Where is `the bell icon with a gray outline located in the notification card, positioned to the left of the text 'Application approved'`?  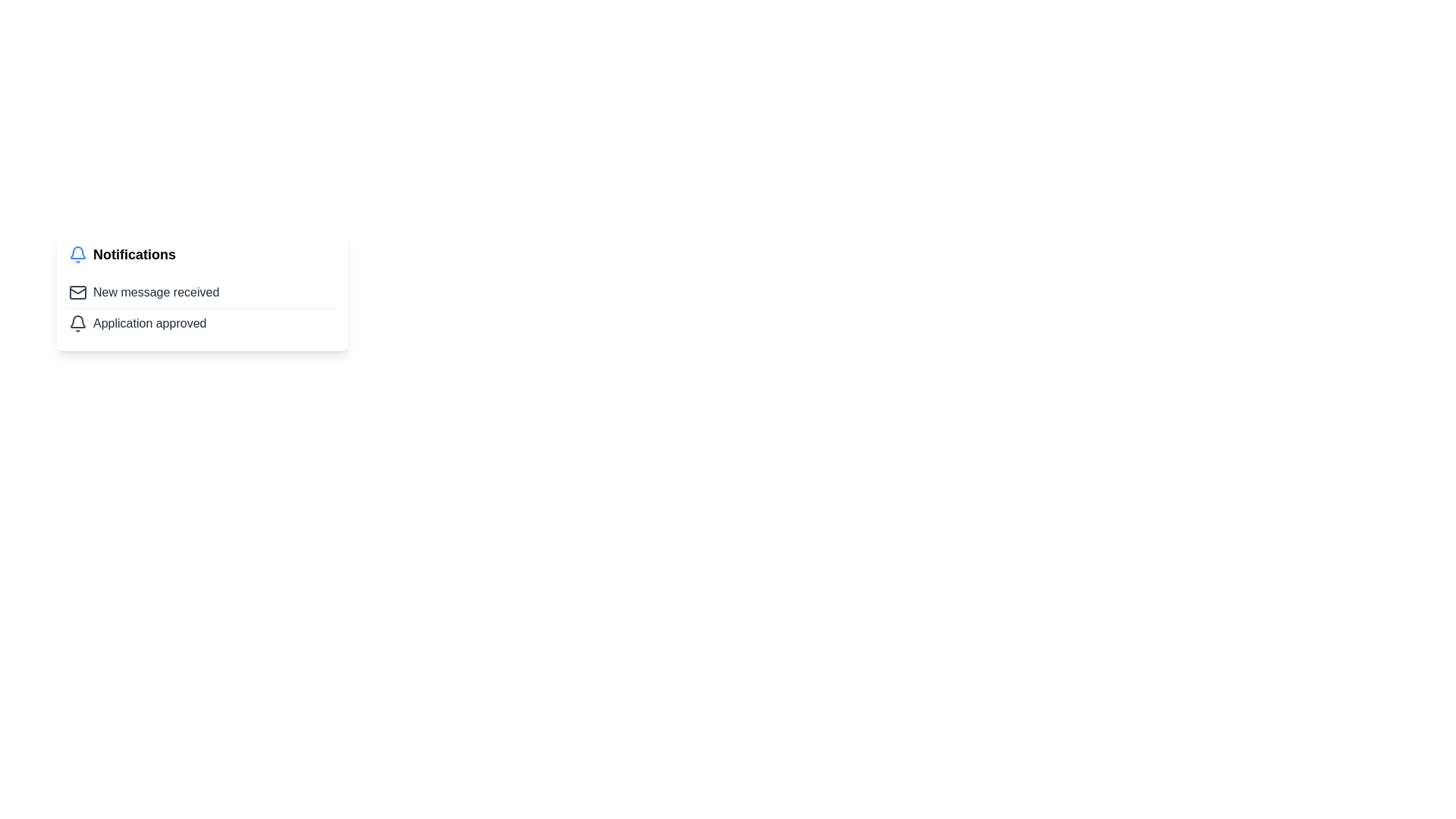 the bell icon with a gray outline located in the notification card, positioned to the left of the text 'Application approved' is located at coordinates (77, 323).